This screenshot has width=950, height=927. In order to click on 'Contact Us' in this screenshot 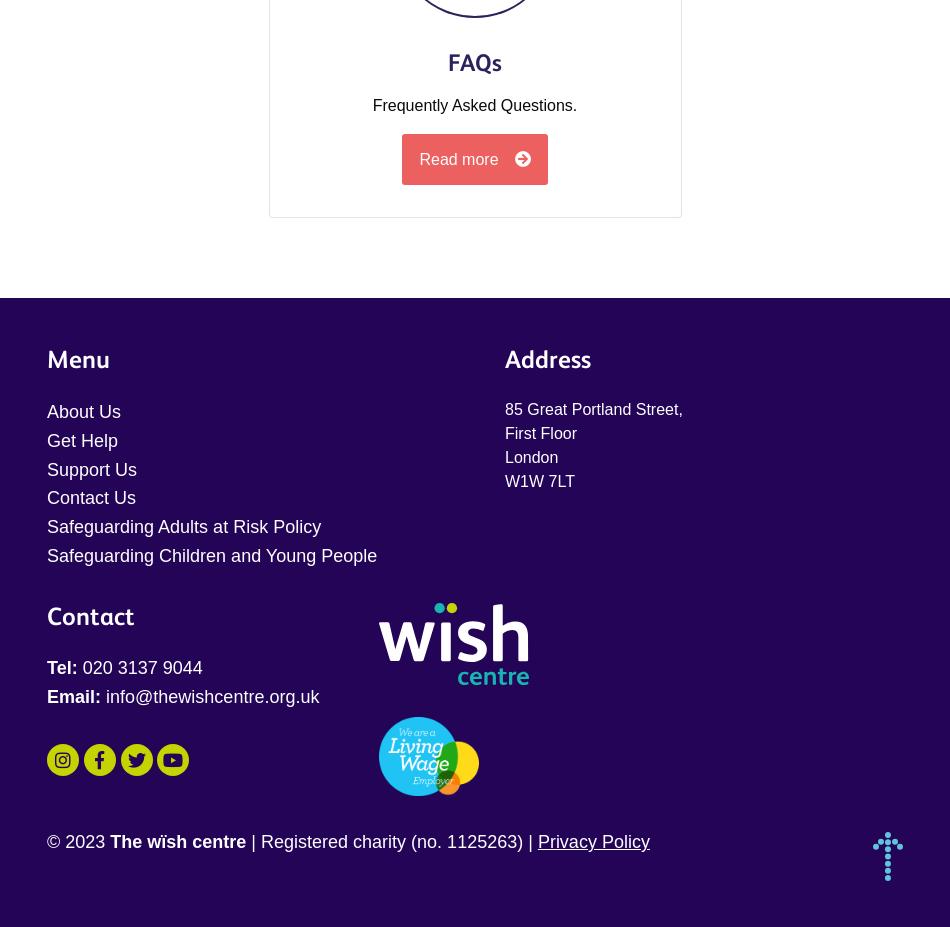, I will do `click(47, 497)`.